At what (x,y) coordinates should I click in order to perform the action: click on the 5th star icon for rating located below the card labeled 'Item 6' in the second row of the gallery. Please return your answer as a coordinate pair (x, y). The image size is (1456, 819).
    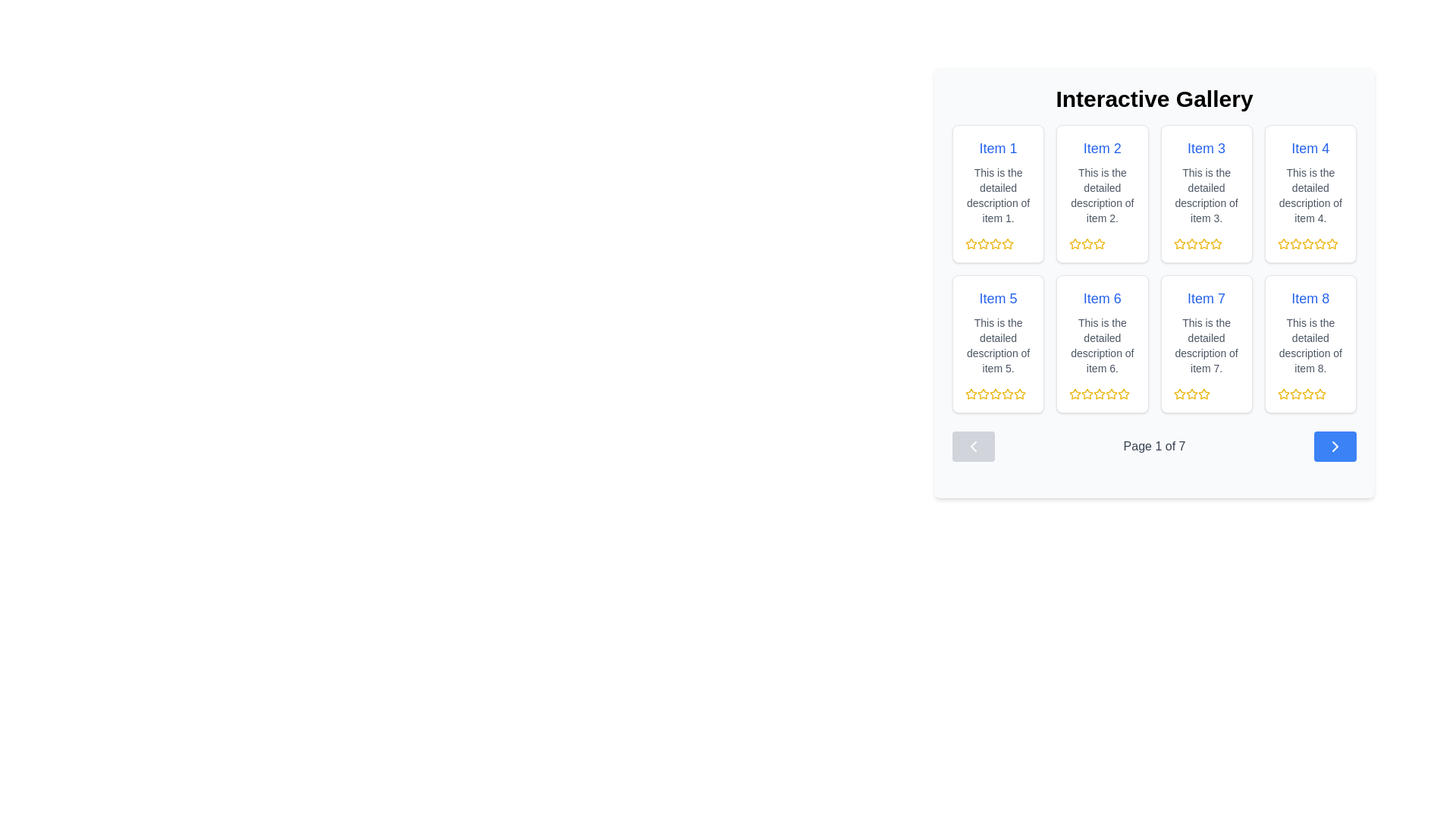
    Looking at the image, I should click on (1124, 394).